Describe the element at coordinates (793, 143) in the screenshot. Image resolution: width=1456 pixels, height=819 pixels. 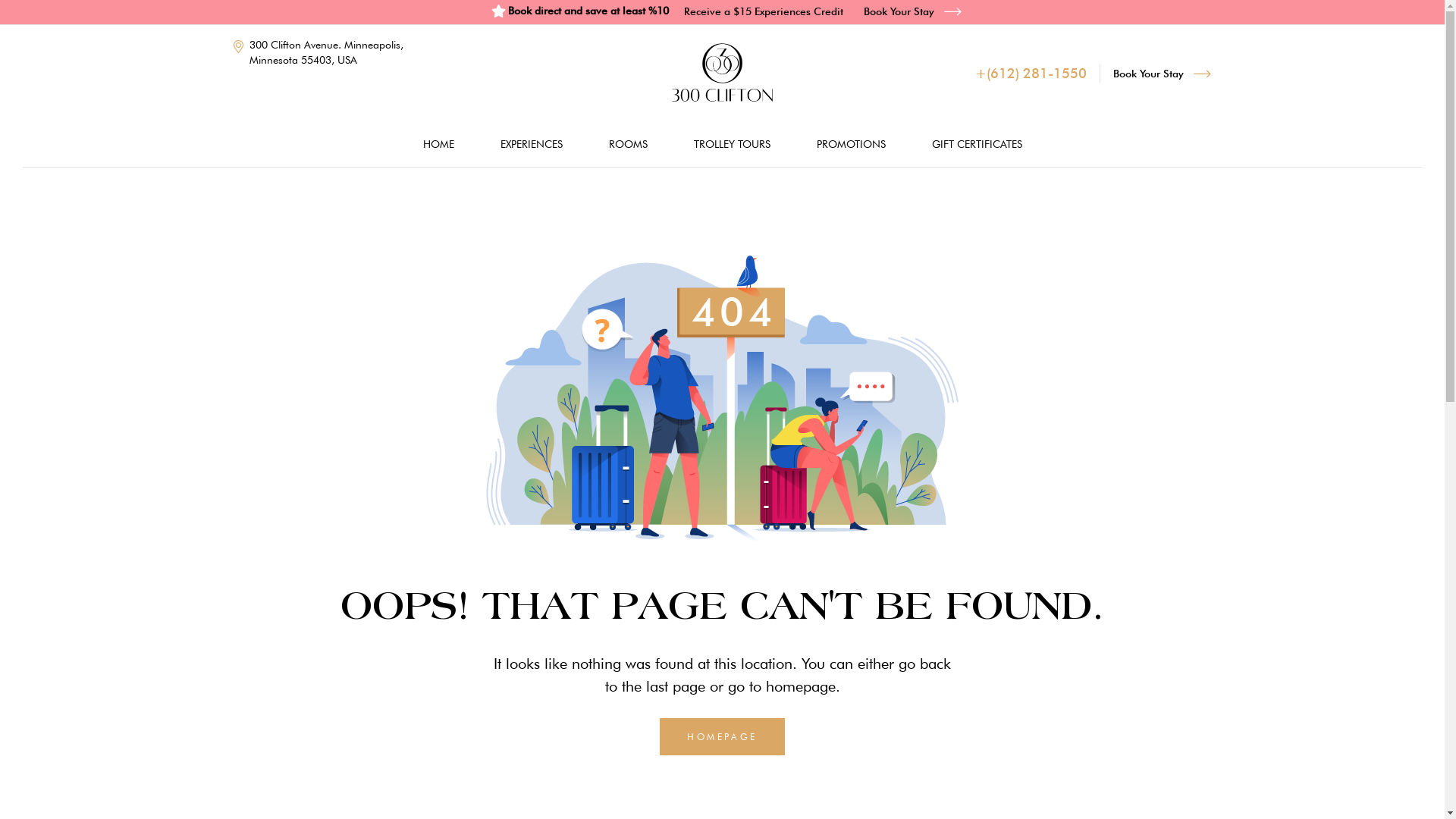
I see `'PROMOTIONS'` at that location.